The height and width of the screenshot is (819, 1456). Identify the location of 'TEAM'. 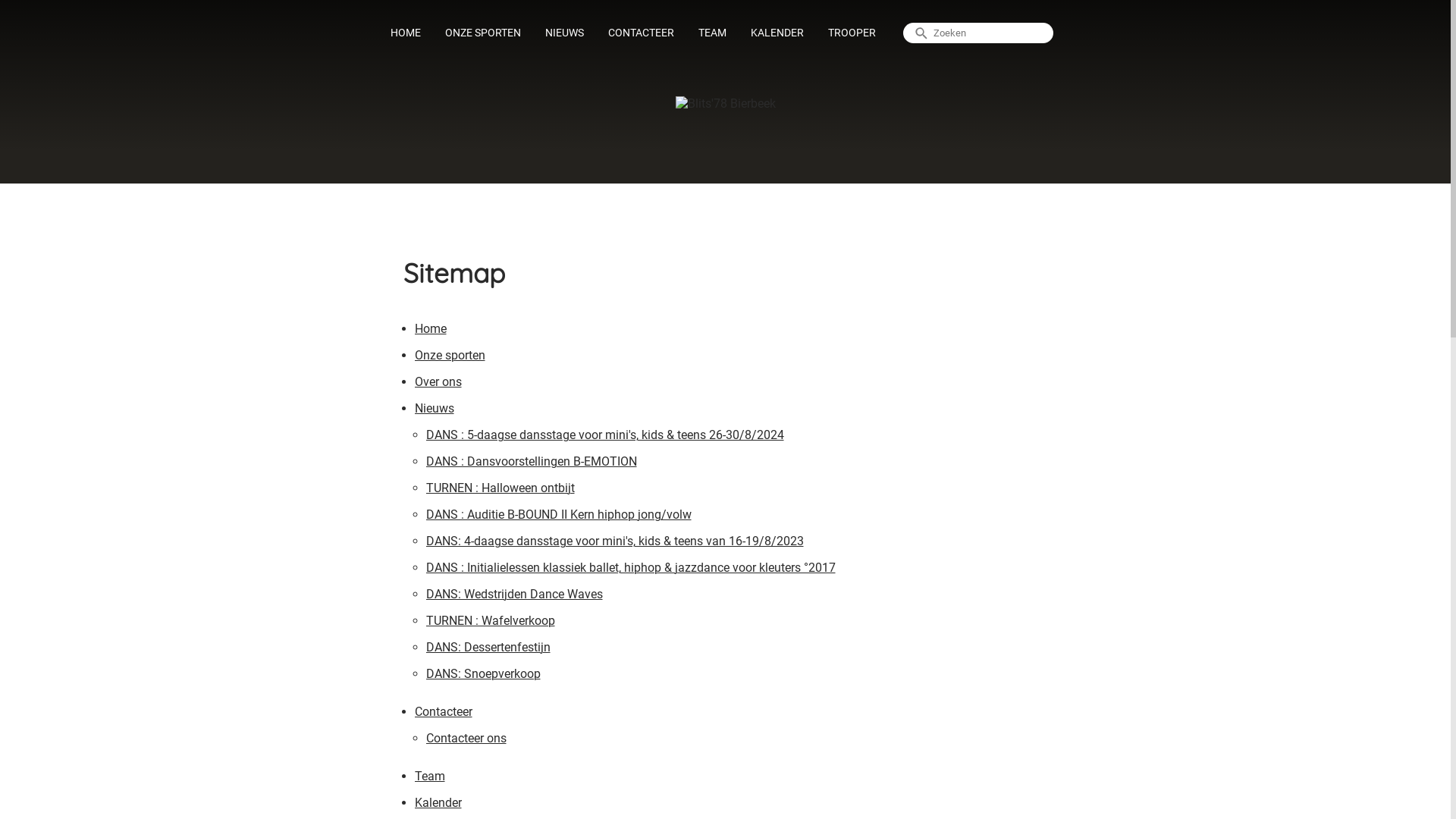
(711, 33).